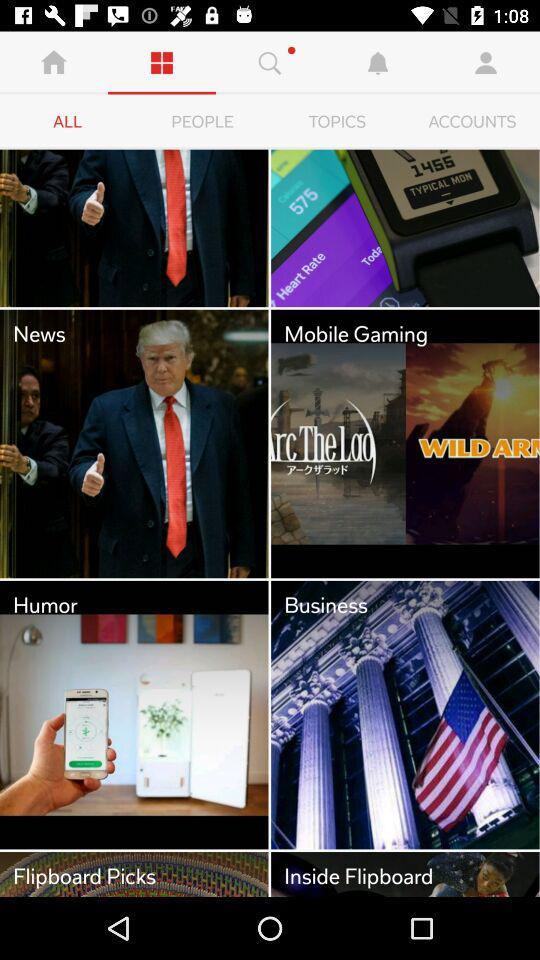 Image resolution: width=540 pixels, height=960 pixels. I want to click on the icon next to all item, so click(202, 121).